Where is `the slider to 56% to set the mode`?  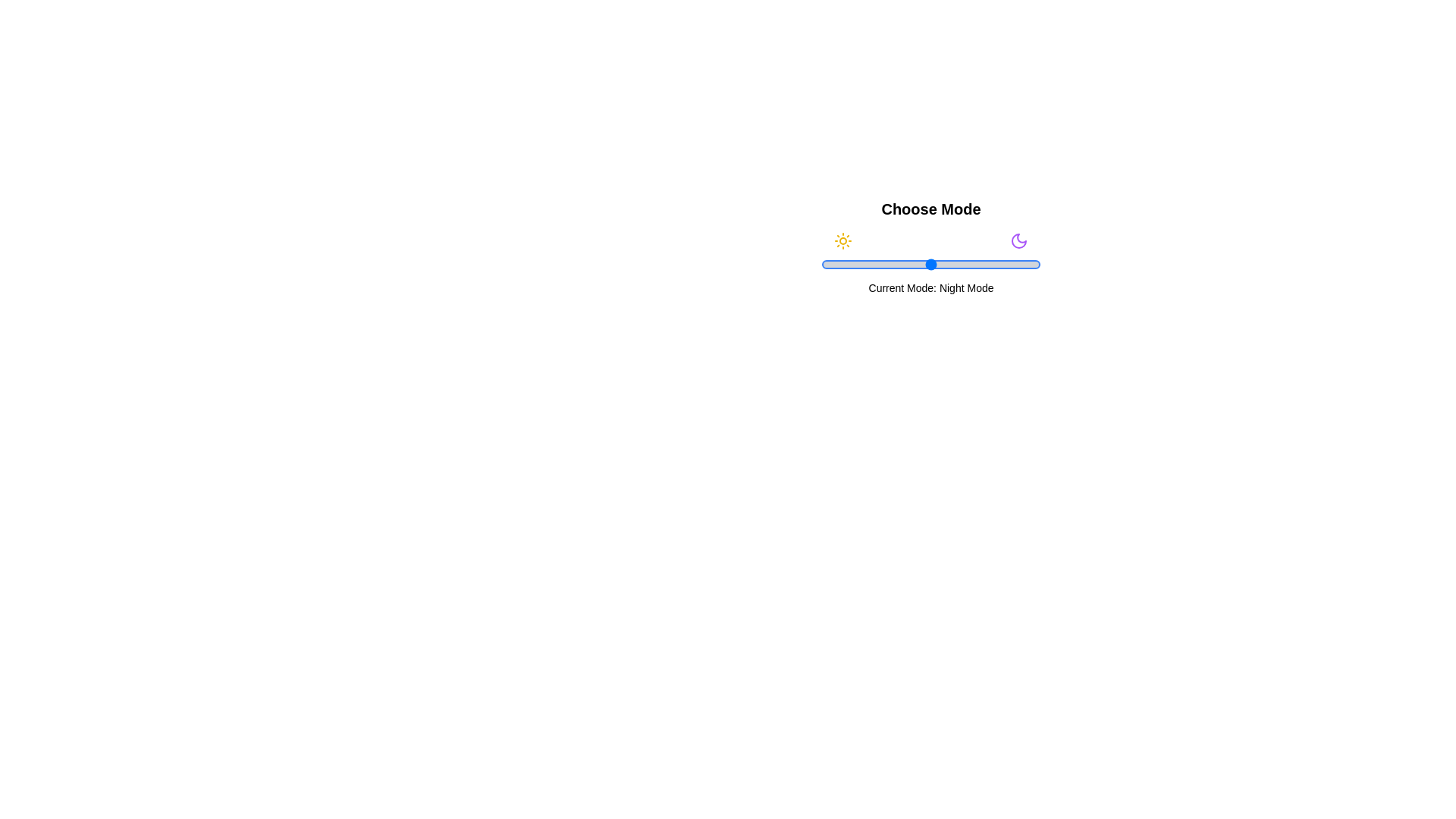 the slider to 56% to set the mode is located at coordinates (943, 263).